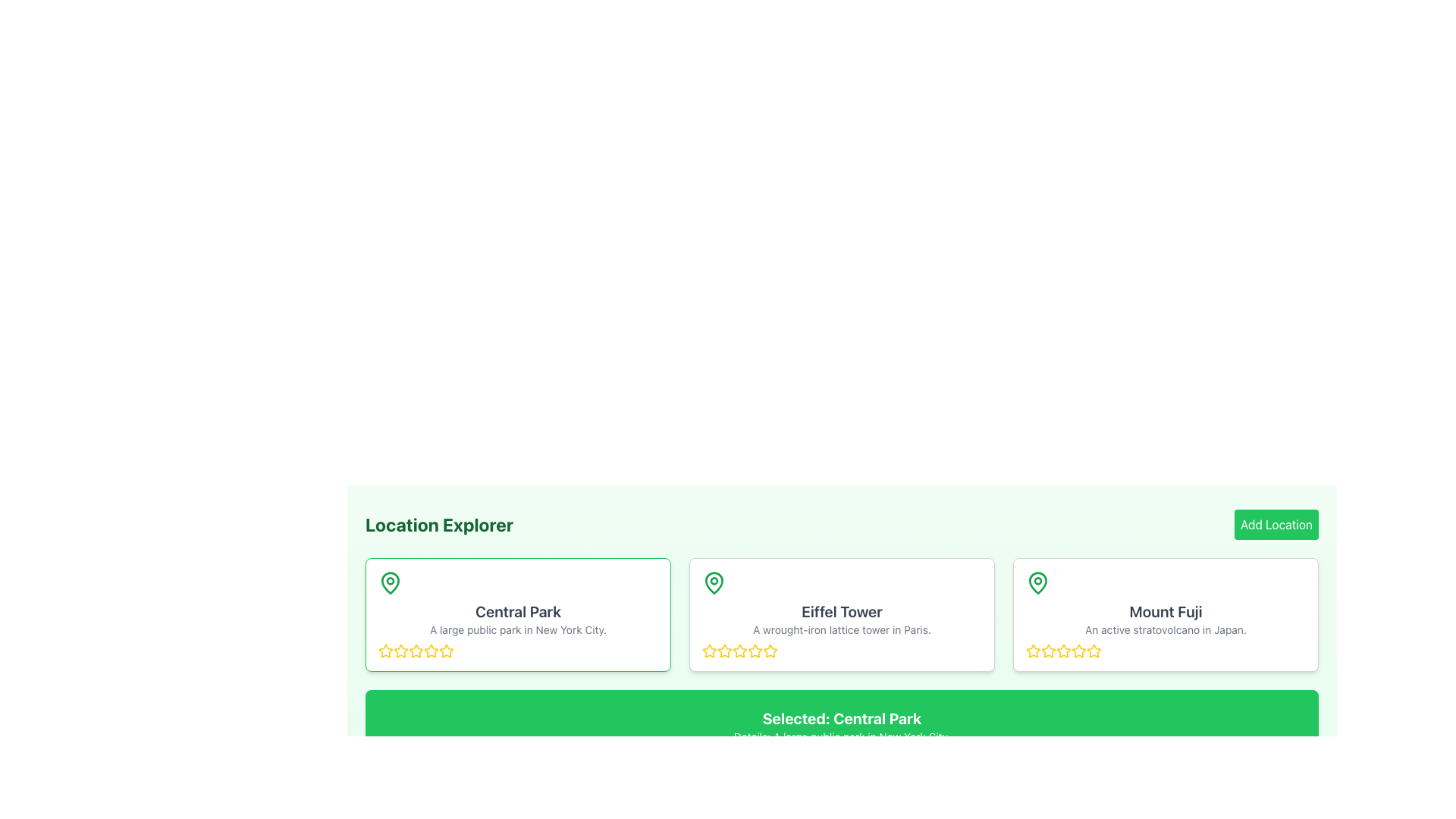  I want to click on the decorative map pin marker icon located at the top left corner of the 'Central Park' card, so click(390, 582).